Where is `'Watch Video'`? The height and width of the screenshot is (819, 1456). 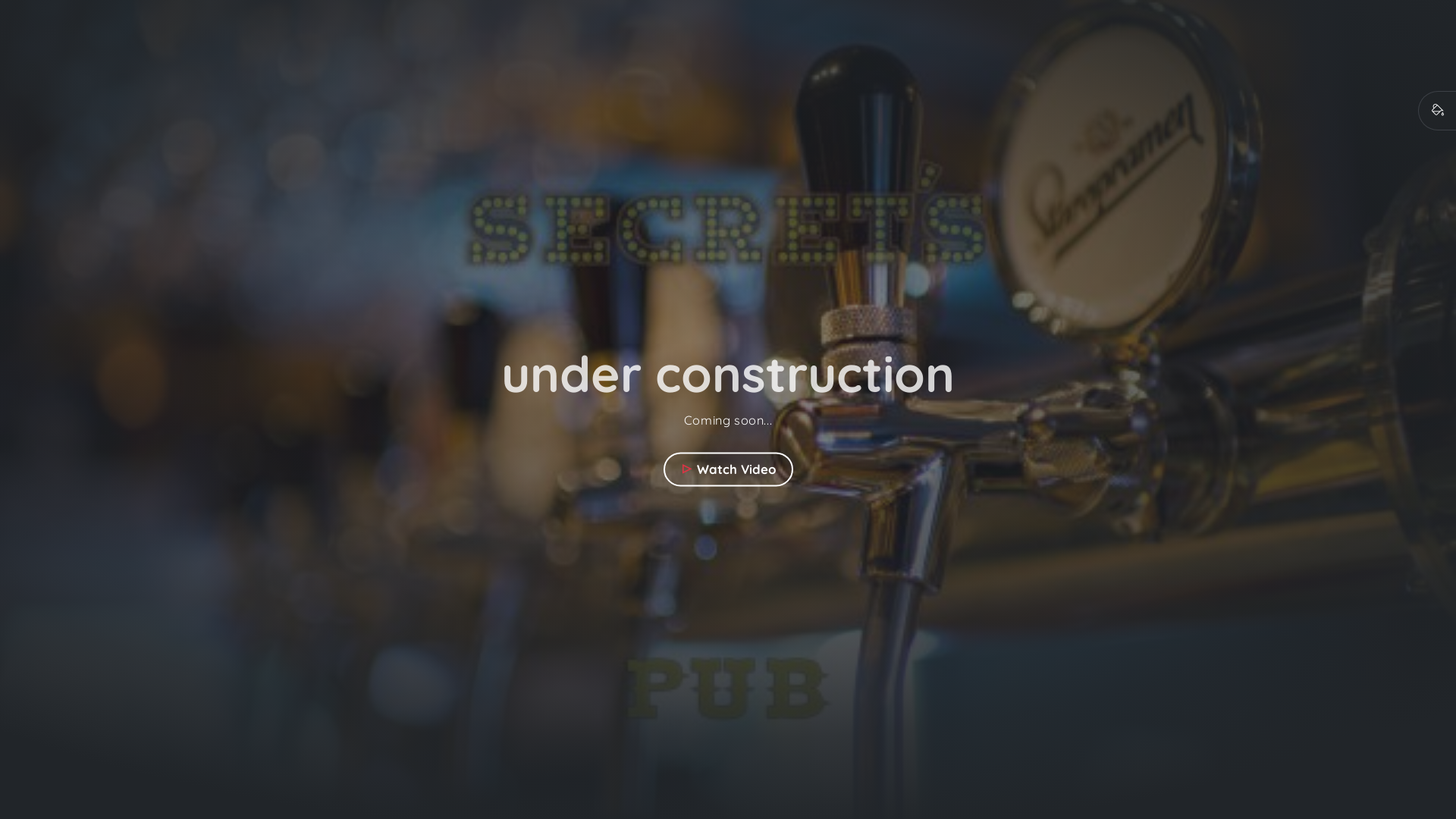 'Watch Video' is located at coordinates (726, 468).